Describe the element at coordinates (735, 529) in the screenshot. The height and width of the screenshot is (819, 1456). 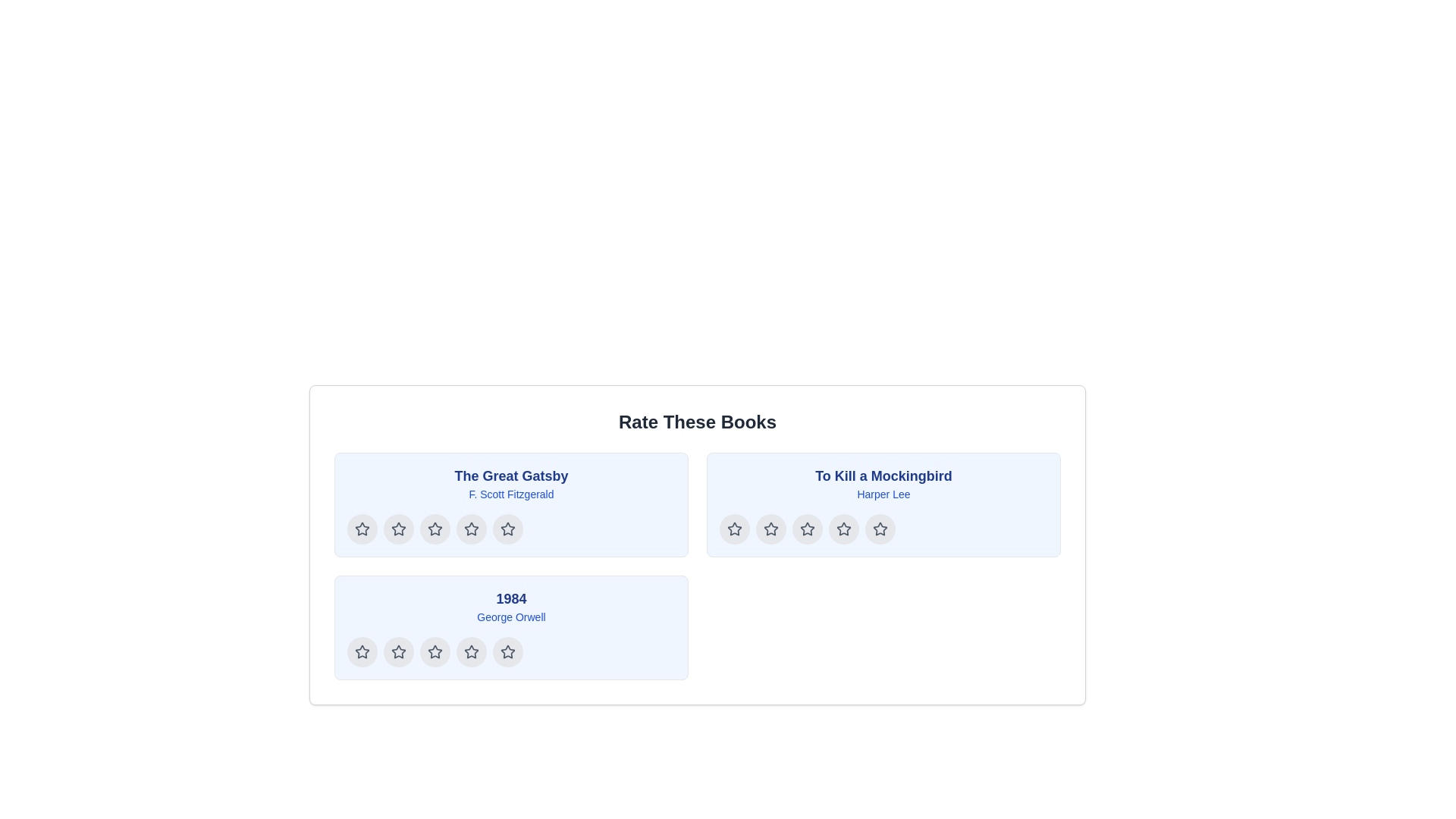
I see `the first star icon in the second row of the rating system for 'To Kill a Mockingbird', which is styled with gray borders and a transparent background` at that location.